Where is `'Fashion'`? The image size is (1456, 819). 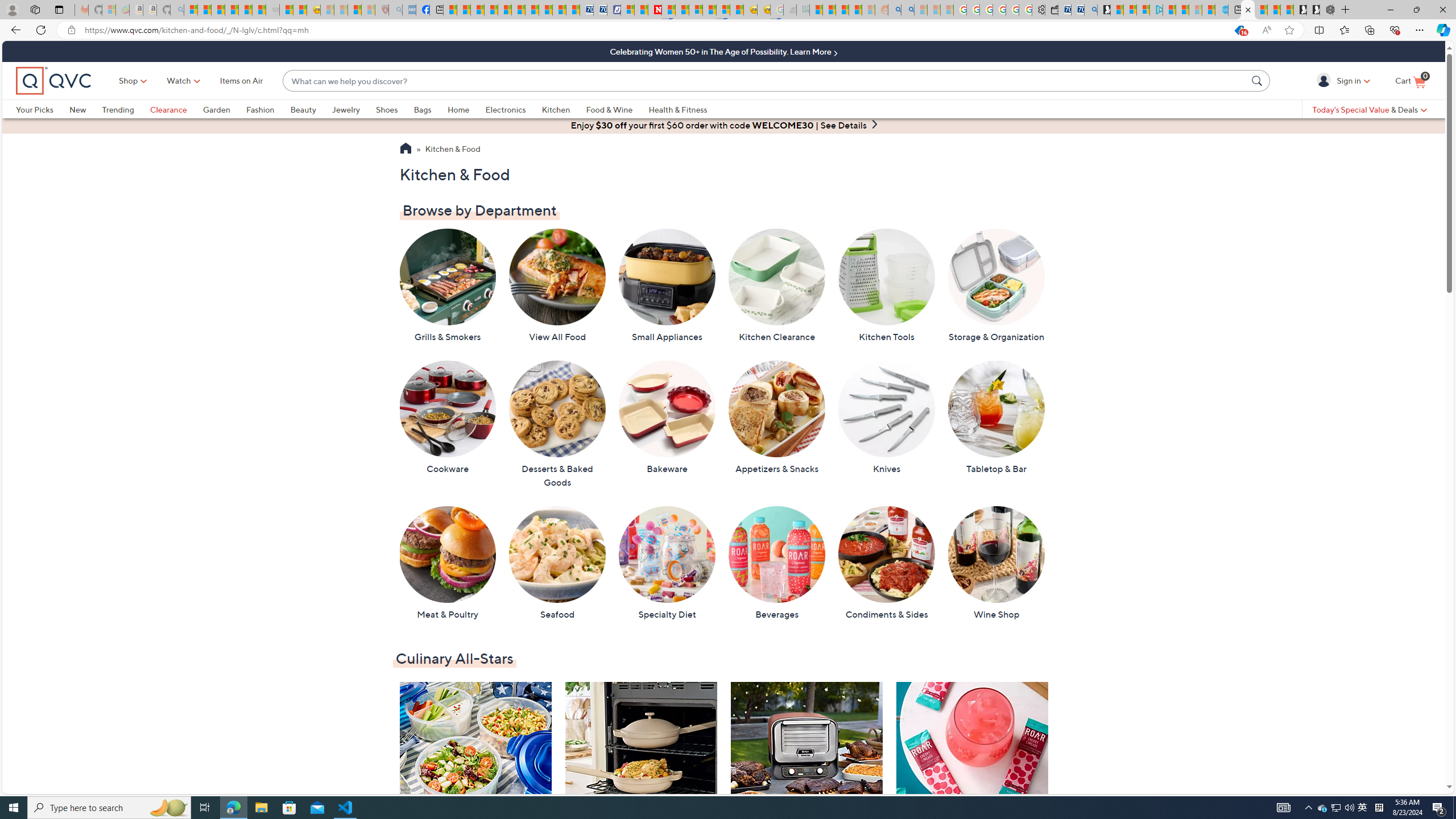
'Fashion' is located at coordinates (260, 109).